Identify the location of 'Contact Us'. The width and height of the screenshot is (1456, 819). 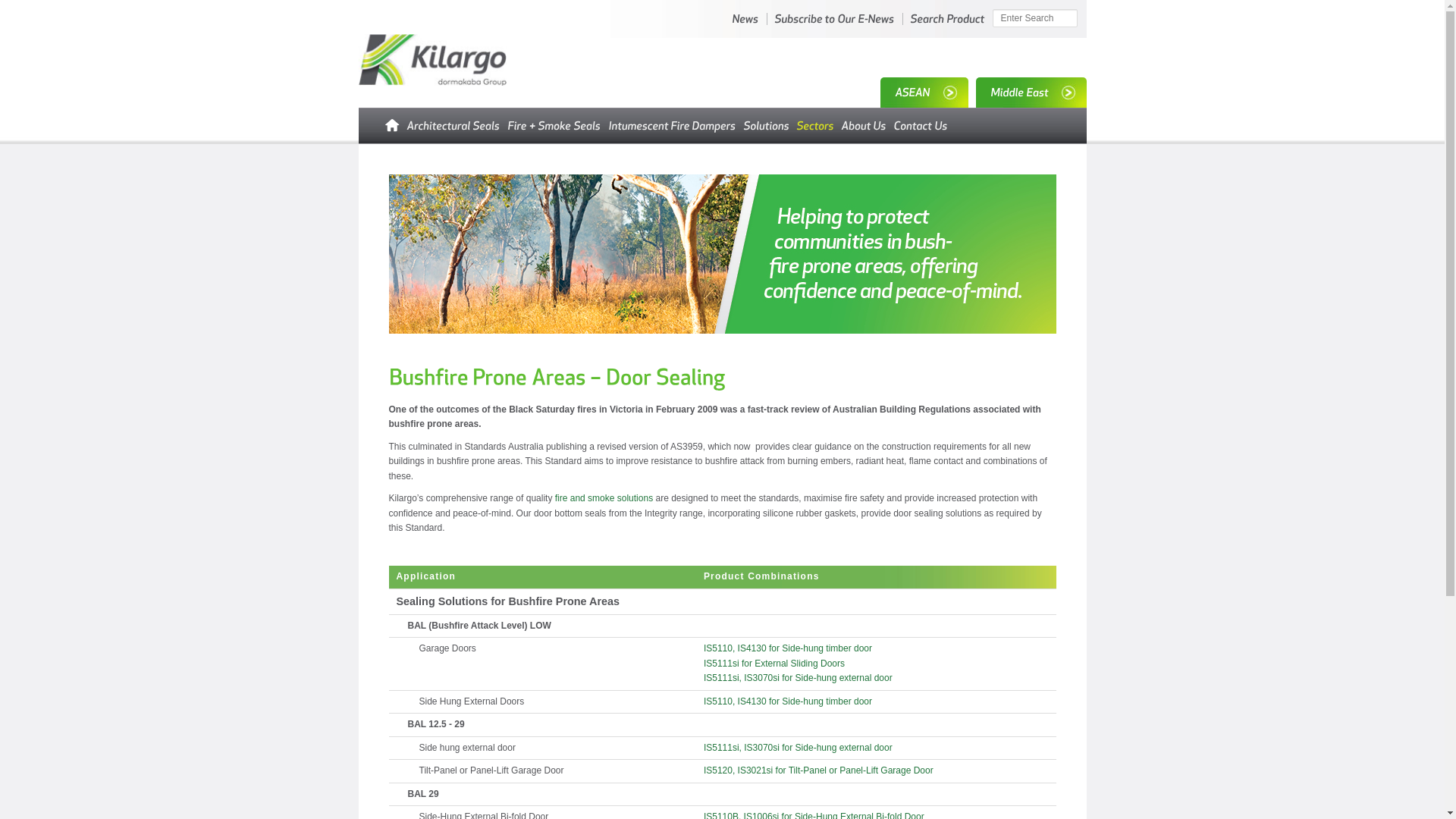
(920, 124).